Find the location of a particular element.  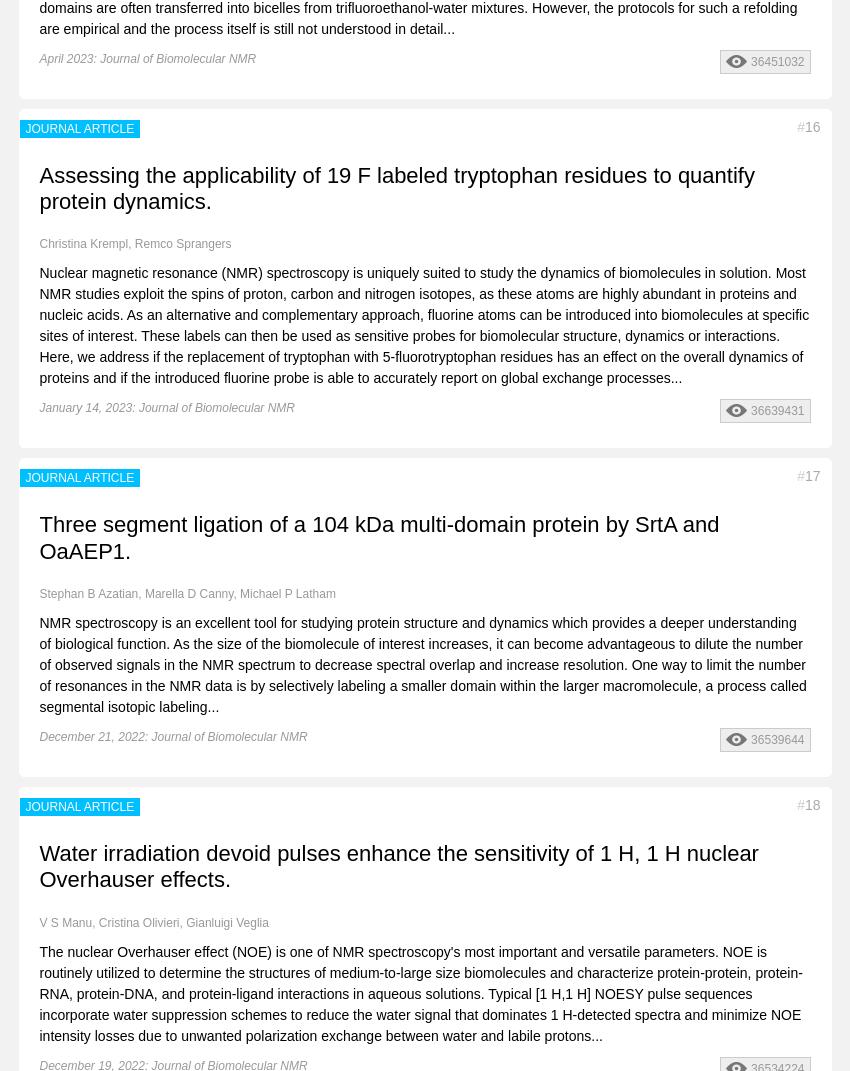

'January 14, 2023: Journal of Biomolecular NMR' is located at coordinates (166, 408).